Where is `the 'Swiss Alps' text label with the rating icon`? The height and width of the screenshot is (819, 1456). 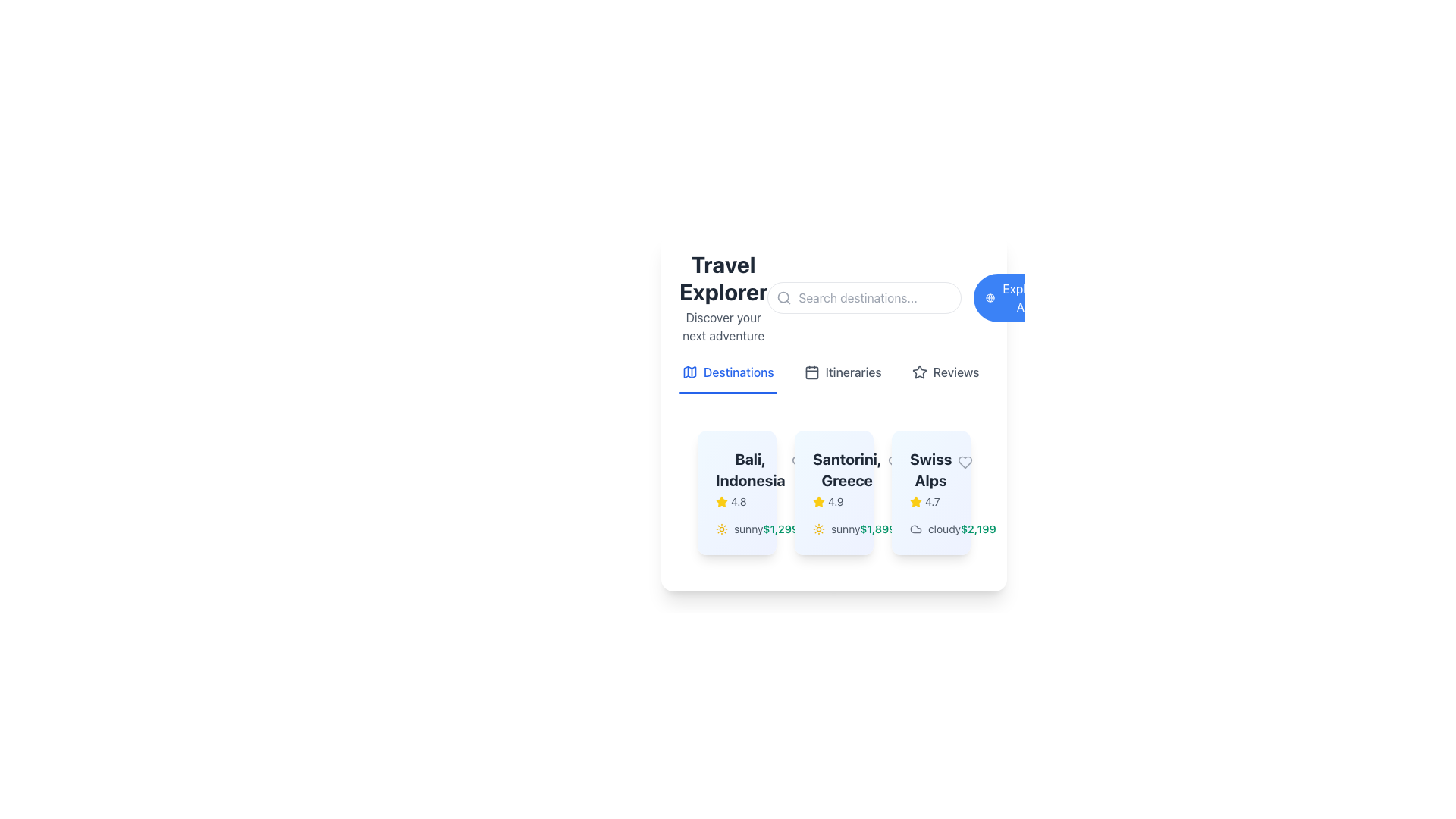 the 'Swiss Alps' text label with the rating icon is located at coordinates (930, 479).